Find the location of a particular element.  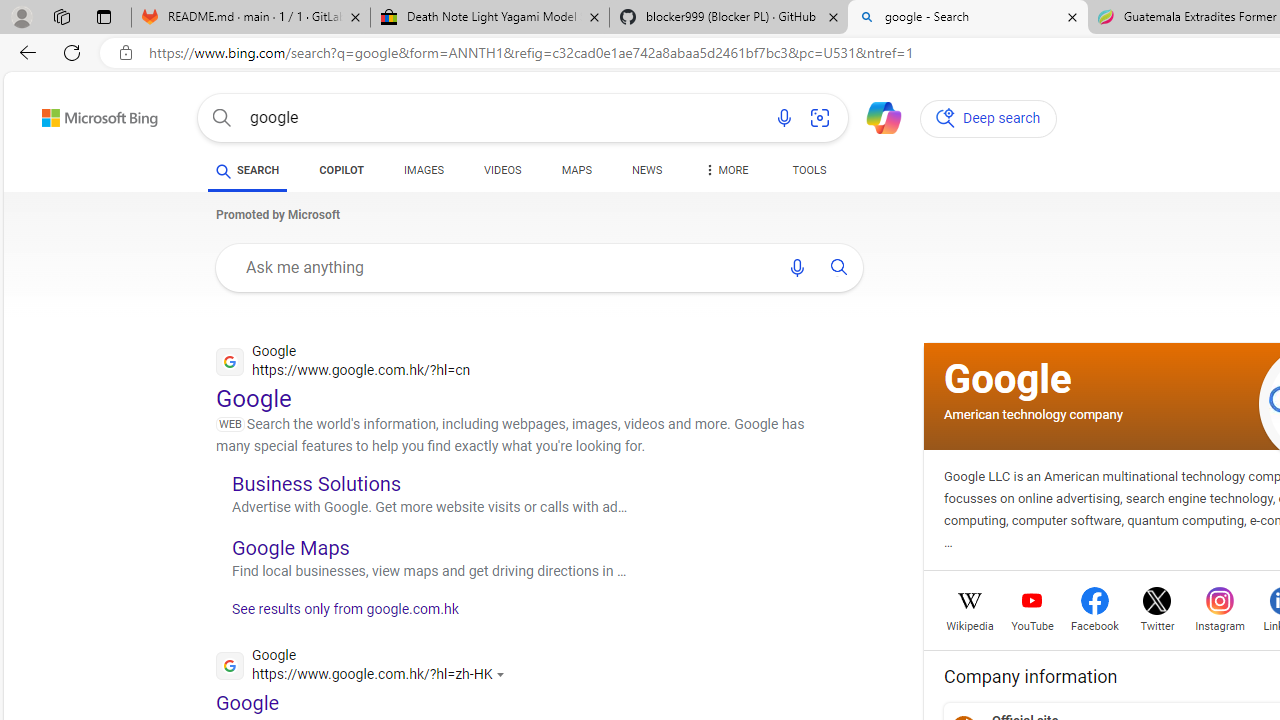

'Twitter' is located at coordinates (1157, 623).